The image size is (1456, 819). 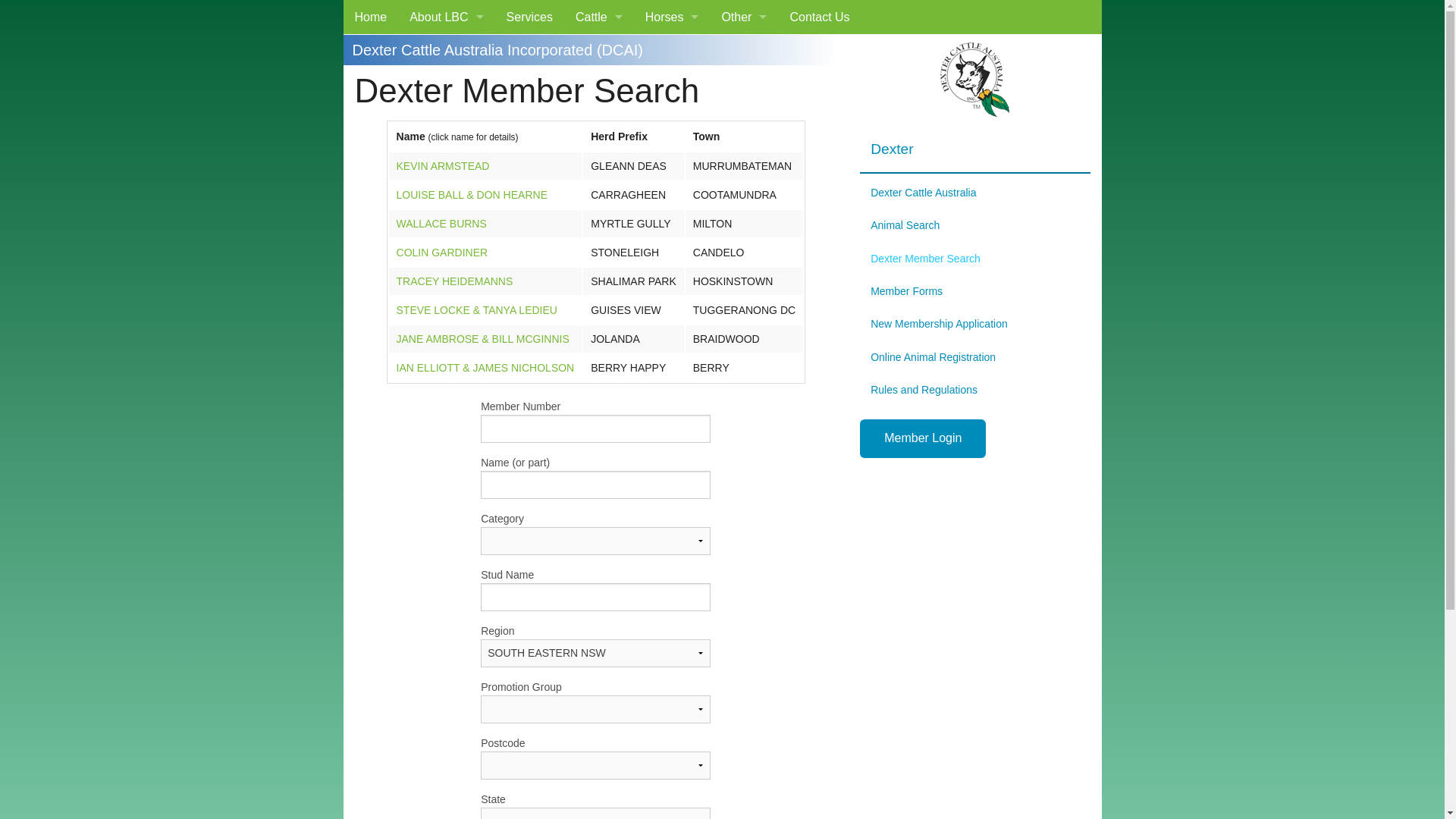 I want to click on 'What We Do', so click(x=445, y=50).